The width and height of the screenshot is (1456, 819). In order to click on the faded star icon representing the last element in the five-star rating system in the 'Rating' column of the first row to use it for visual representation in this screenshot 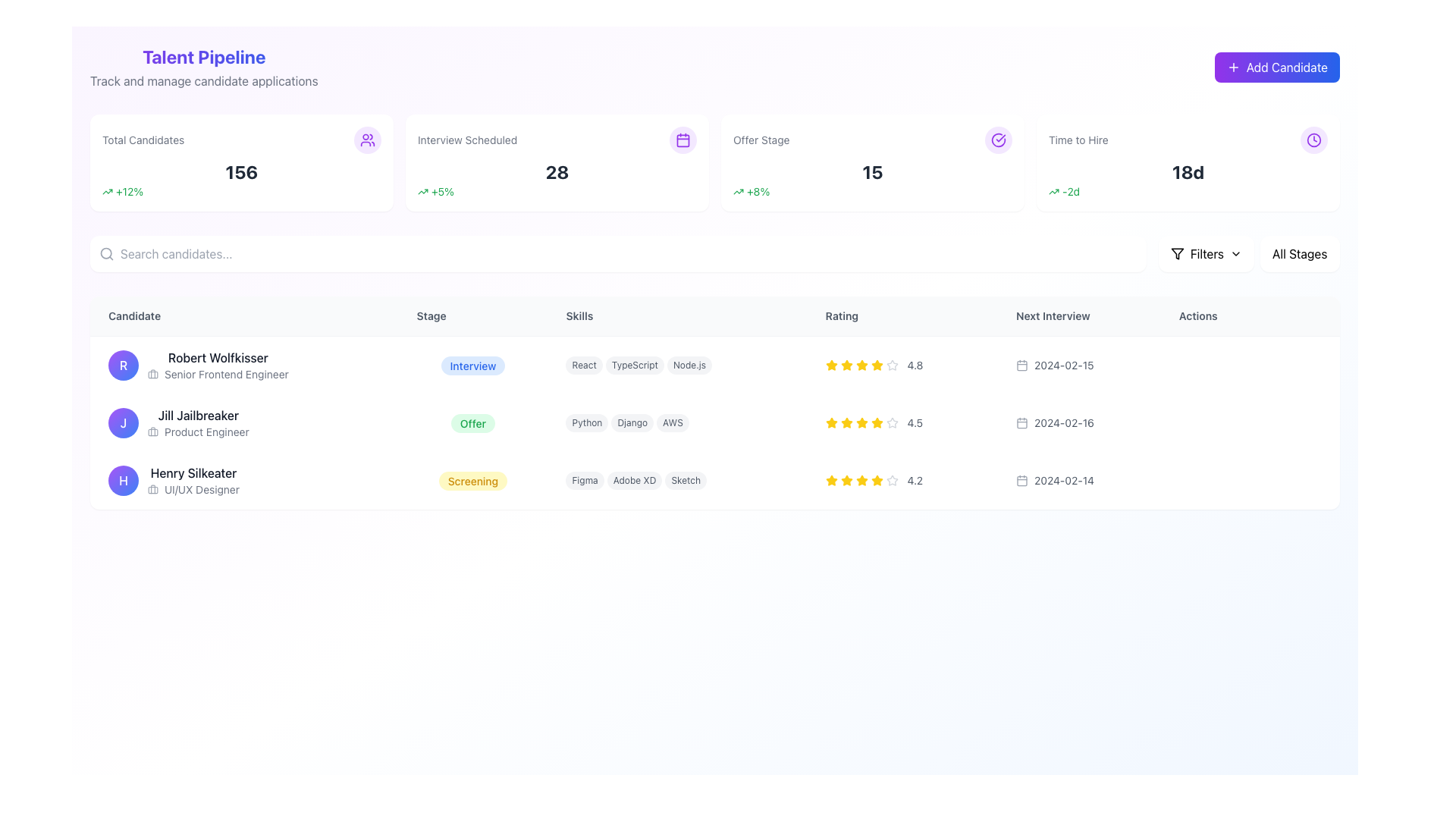, I will do `click(892, 366)`.